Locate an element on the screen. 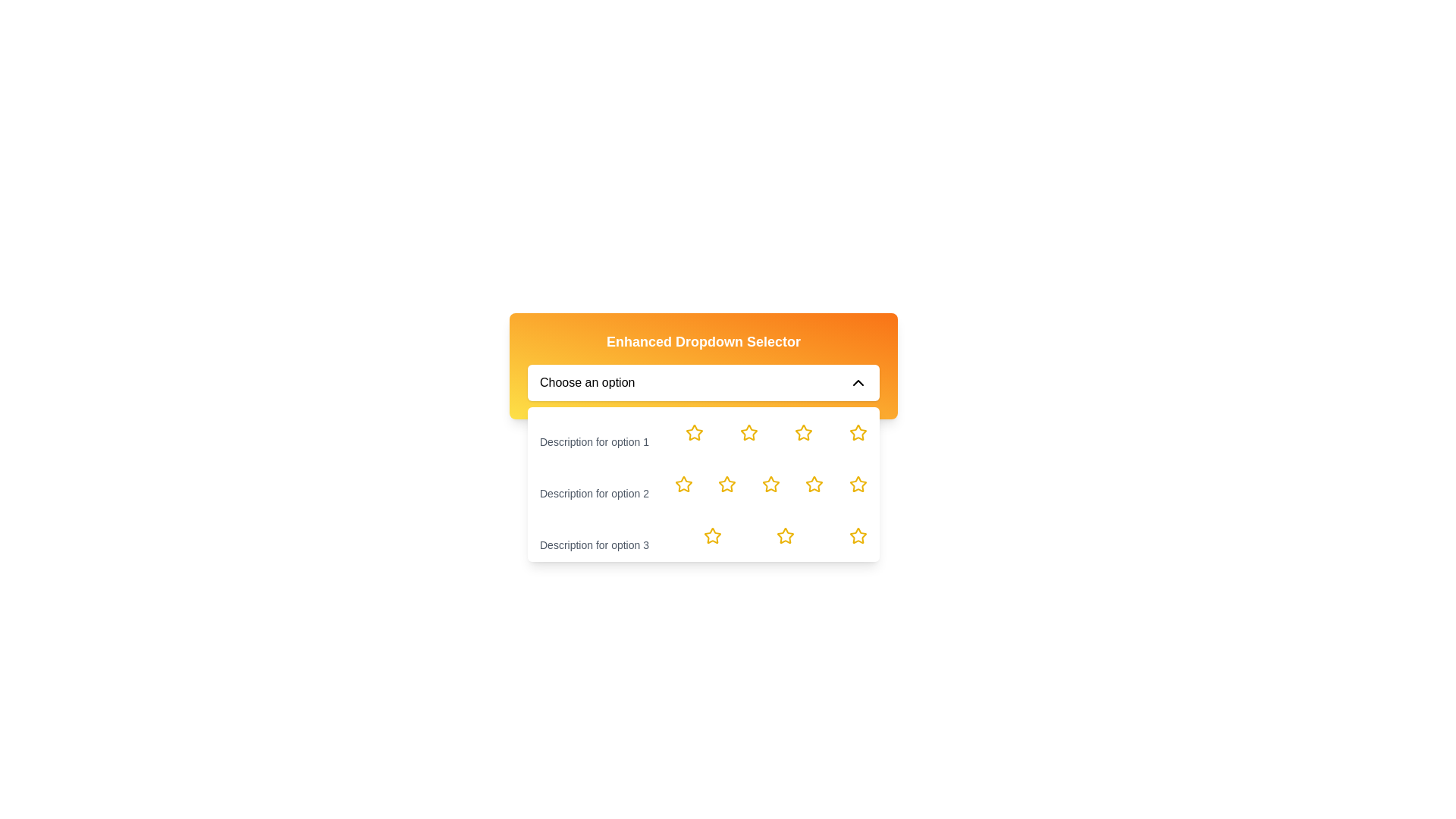 This screenshot has width=1456, height=819. the third star icon with a yellow outline in the Enhanced Dropdown Selector is located at coordinates (786, 535).